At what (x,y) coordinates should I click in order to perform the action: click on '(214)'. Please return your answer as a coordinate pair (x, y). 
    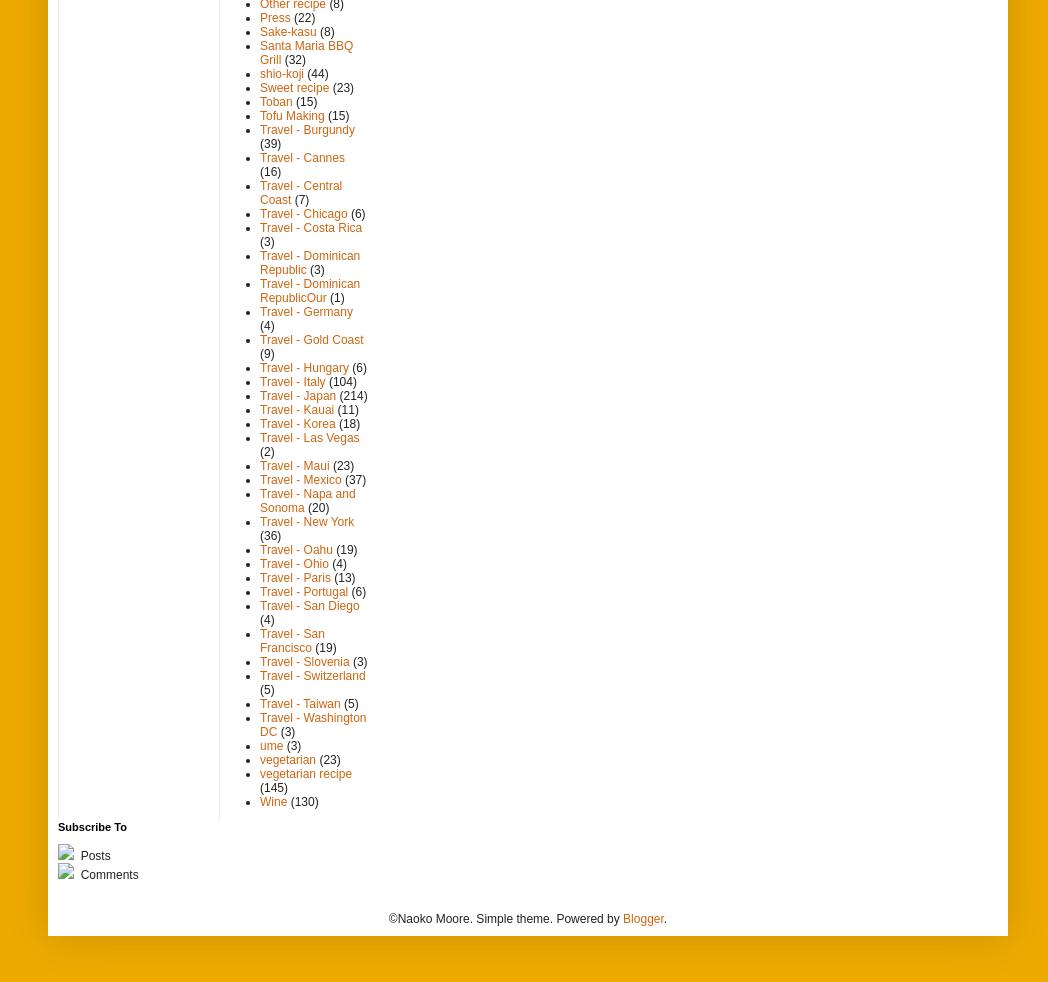
    Looking at the image, I should click on (339, 396).